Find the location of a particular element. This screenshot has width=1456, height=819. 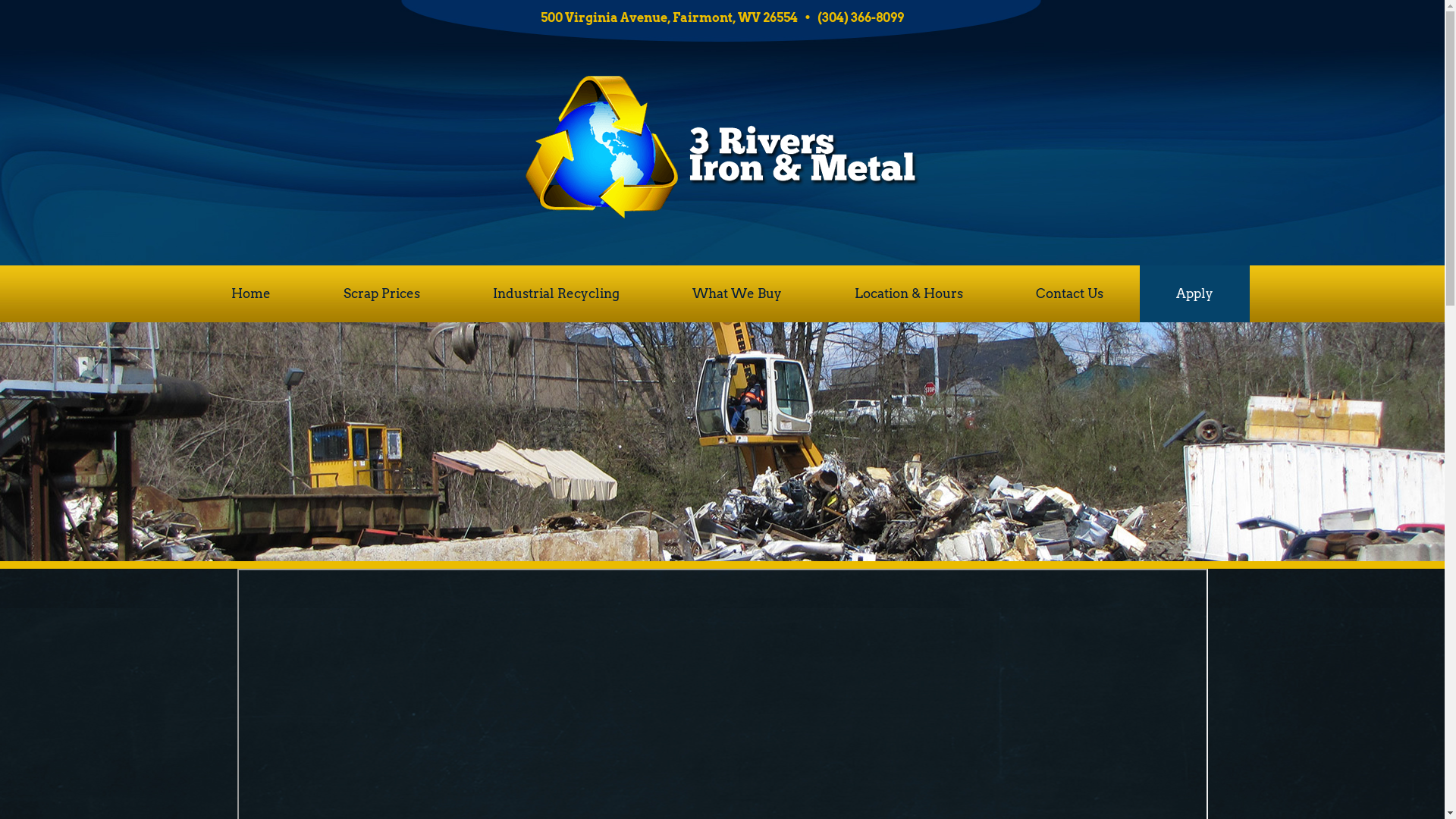

'Home' is located at coordinates (251, 293).